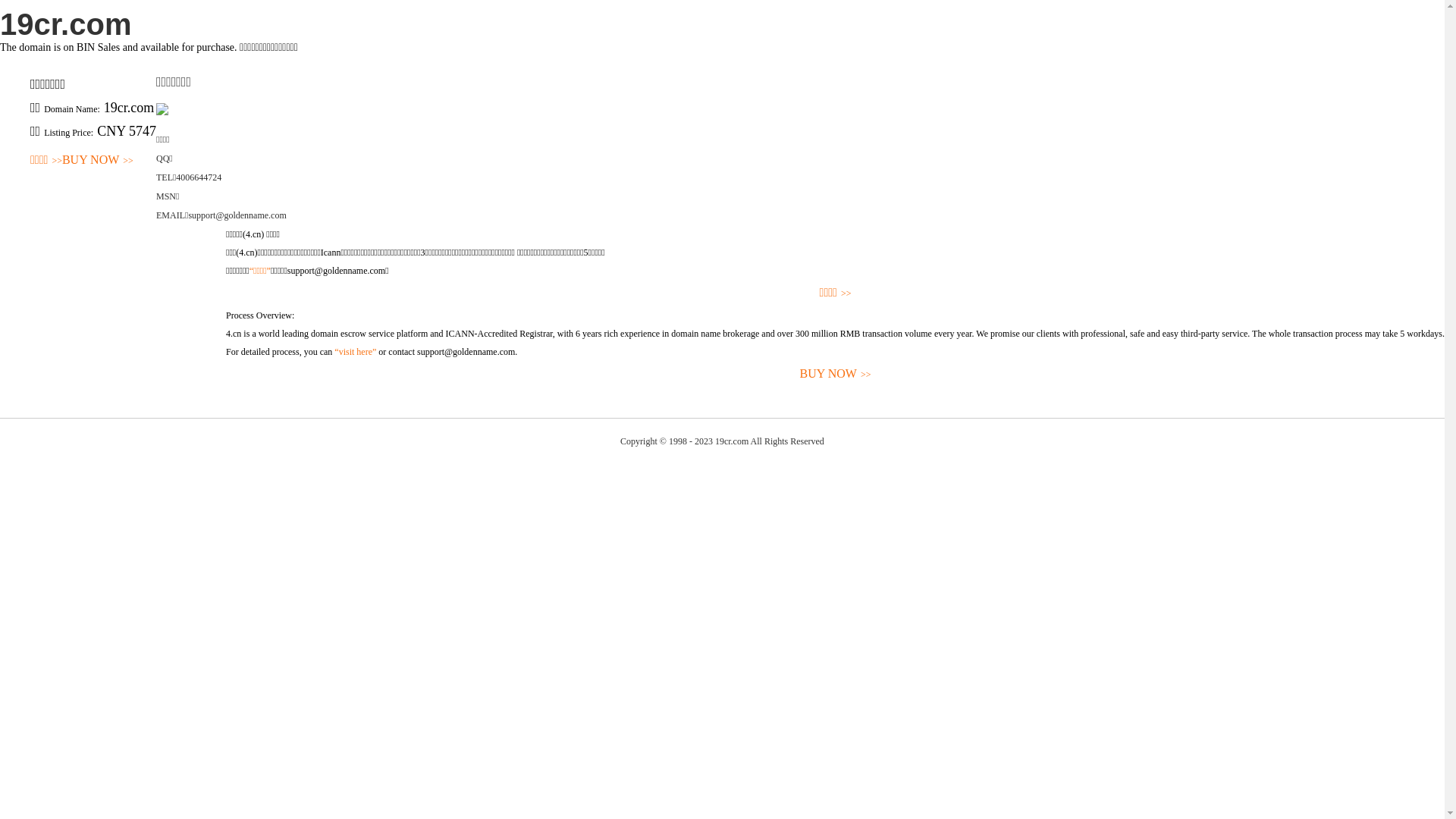 The image size is (1456, 819). What do you see at coordinates (61, 160) in the screenshot?
I see `'BUY NOW>>'` at bounding box center [61, 160].